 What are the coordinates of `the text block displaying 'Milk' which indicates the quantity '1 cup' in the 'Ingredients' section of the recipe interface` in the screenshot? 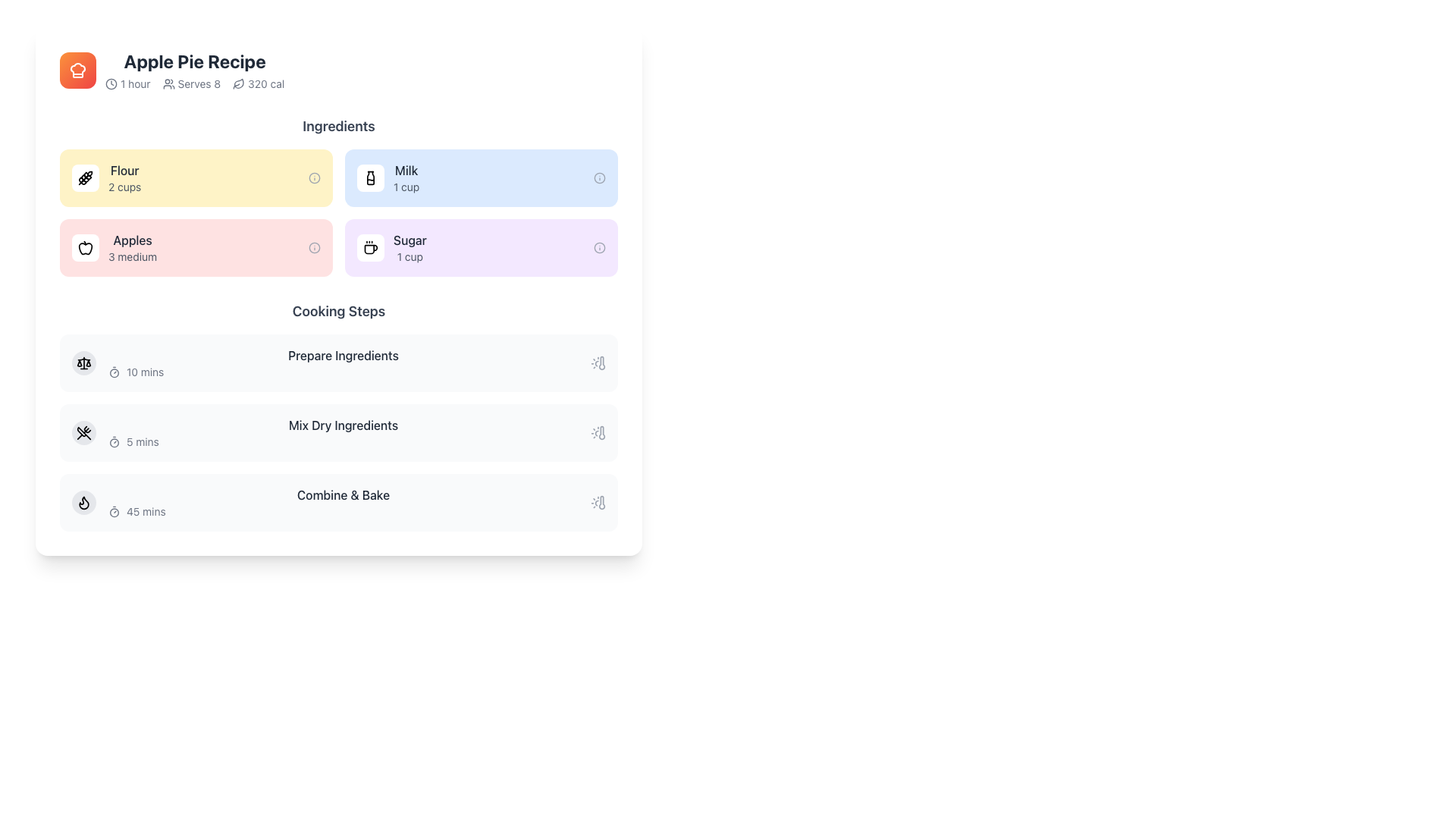 It's located at (406, 177).